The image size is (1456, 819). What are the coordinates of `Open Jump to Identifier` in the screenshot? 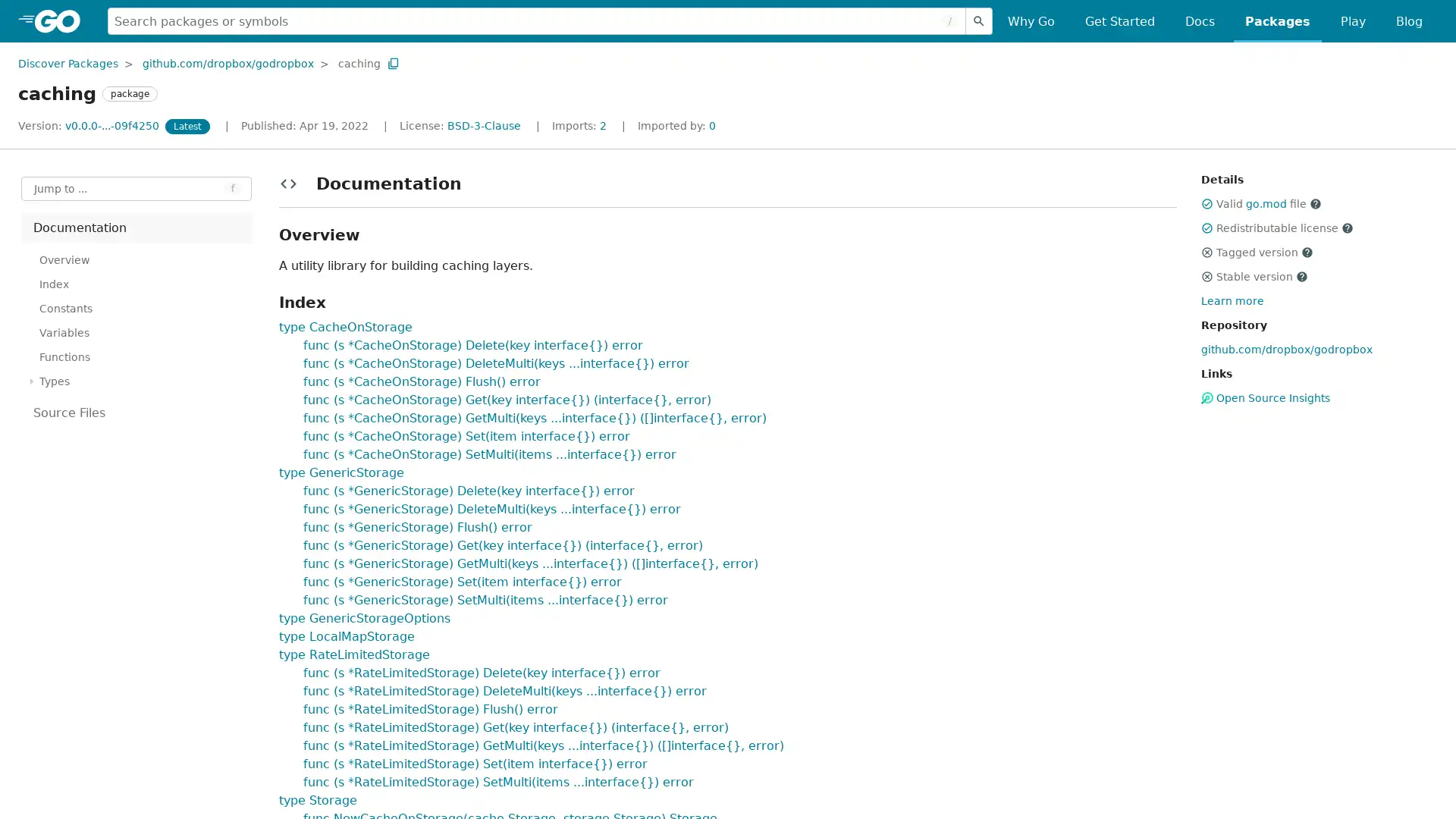 It's located at (136, 188).